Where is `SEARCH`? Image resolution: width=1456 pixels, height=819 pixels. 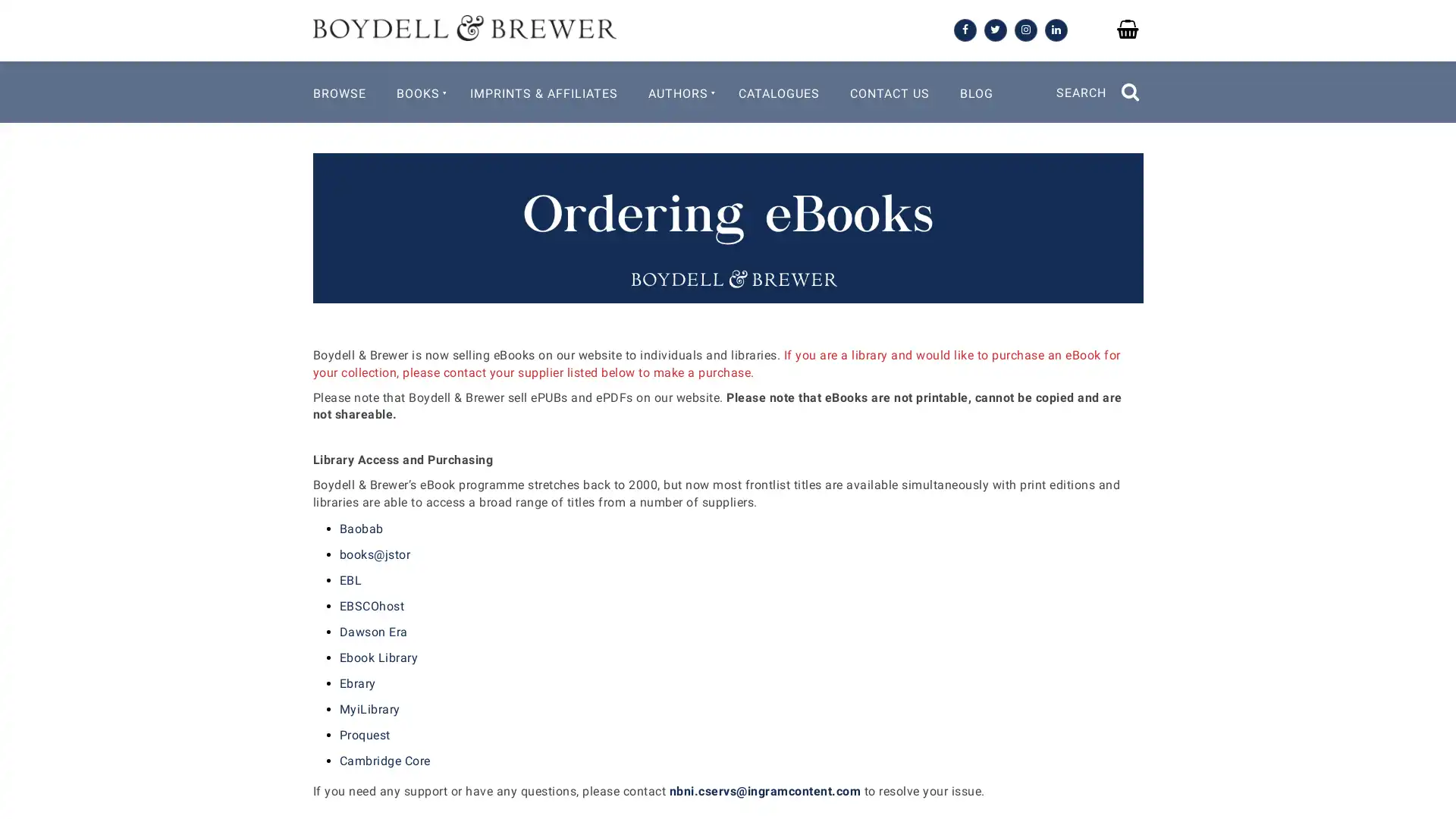
SEARCH is located at coordinates (1099, 84).